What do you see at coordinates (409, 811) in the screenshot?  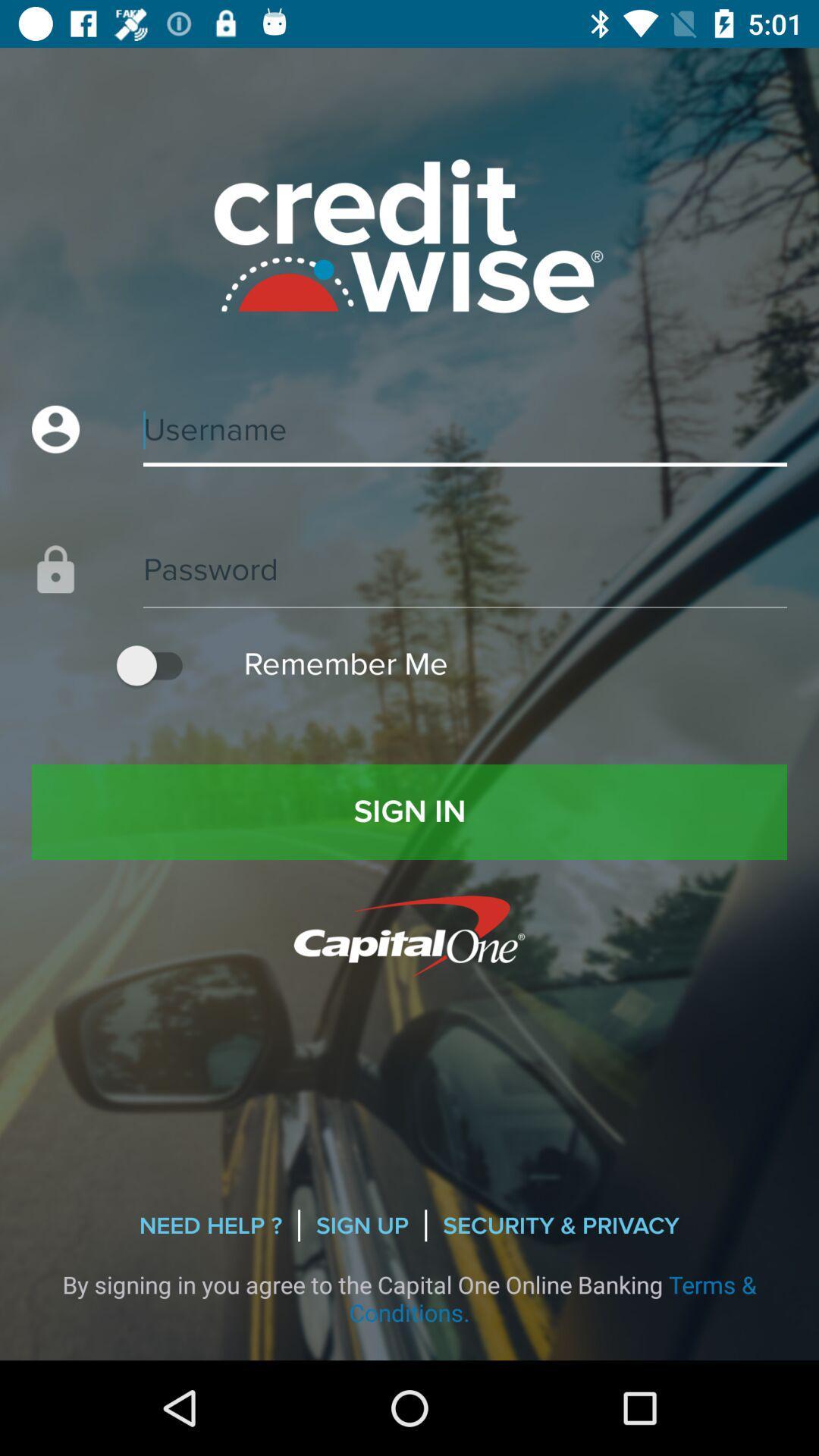 I see `sign in icon` at bounding box center [409, 811].